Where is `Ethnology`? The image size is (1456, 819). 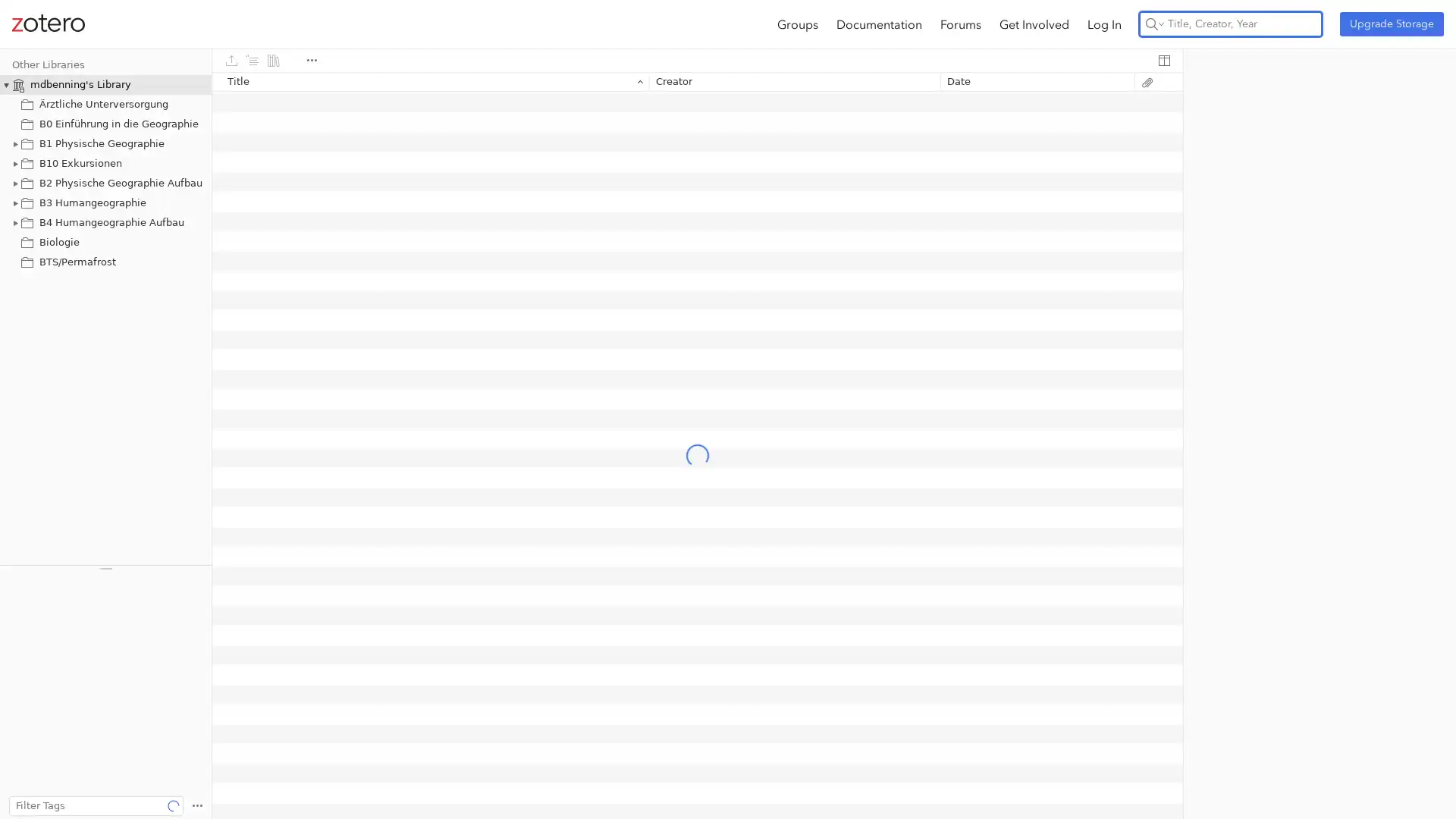
Ethnology is located at coordinates (152, 702).